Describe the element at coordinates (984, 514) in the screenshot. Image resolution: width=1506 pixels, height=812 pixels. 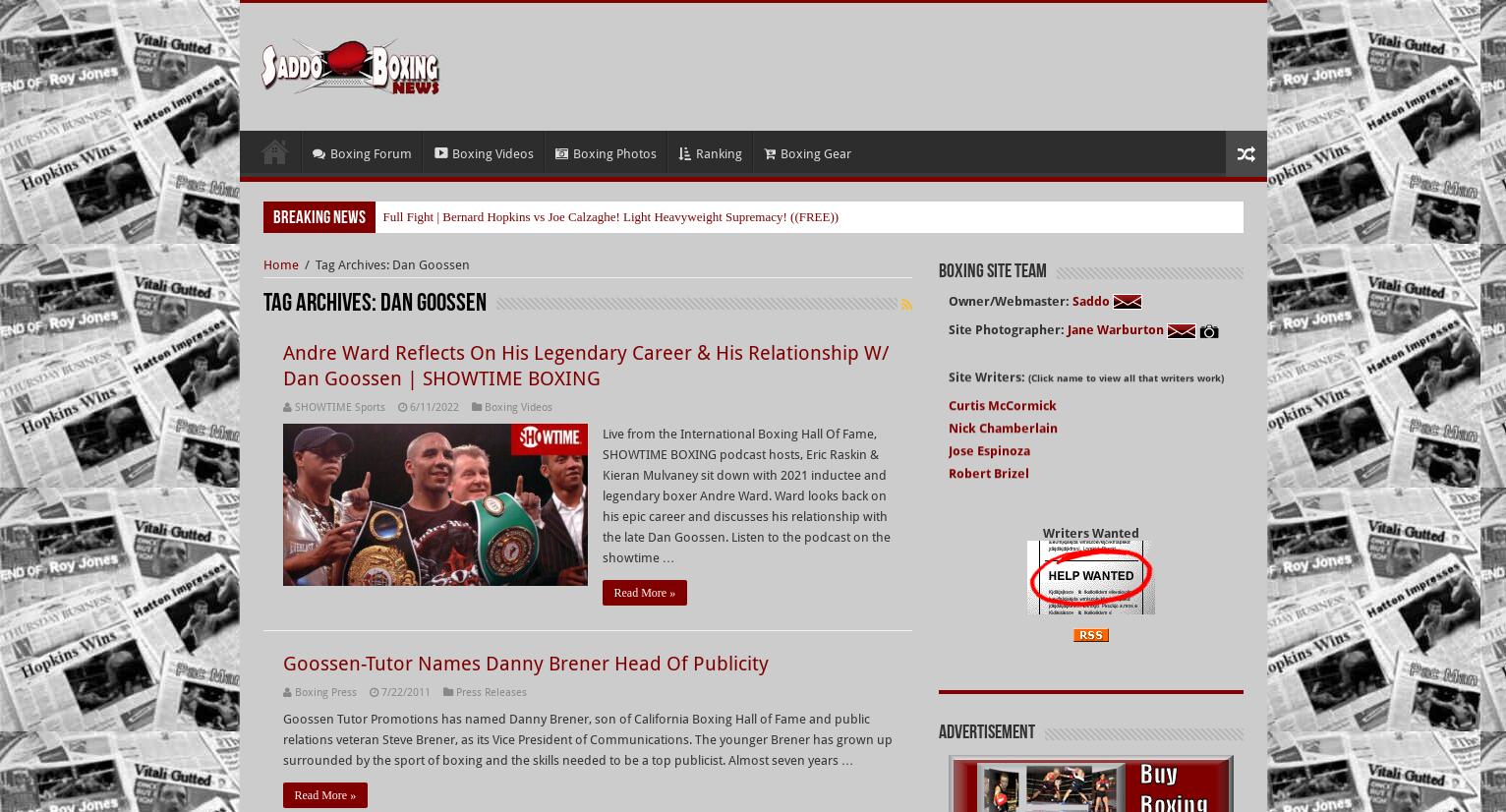
I see `'Bruce Dingo'` at that location.